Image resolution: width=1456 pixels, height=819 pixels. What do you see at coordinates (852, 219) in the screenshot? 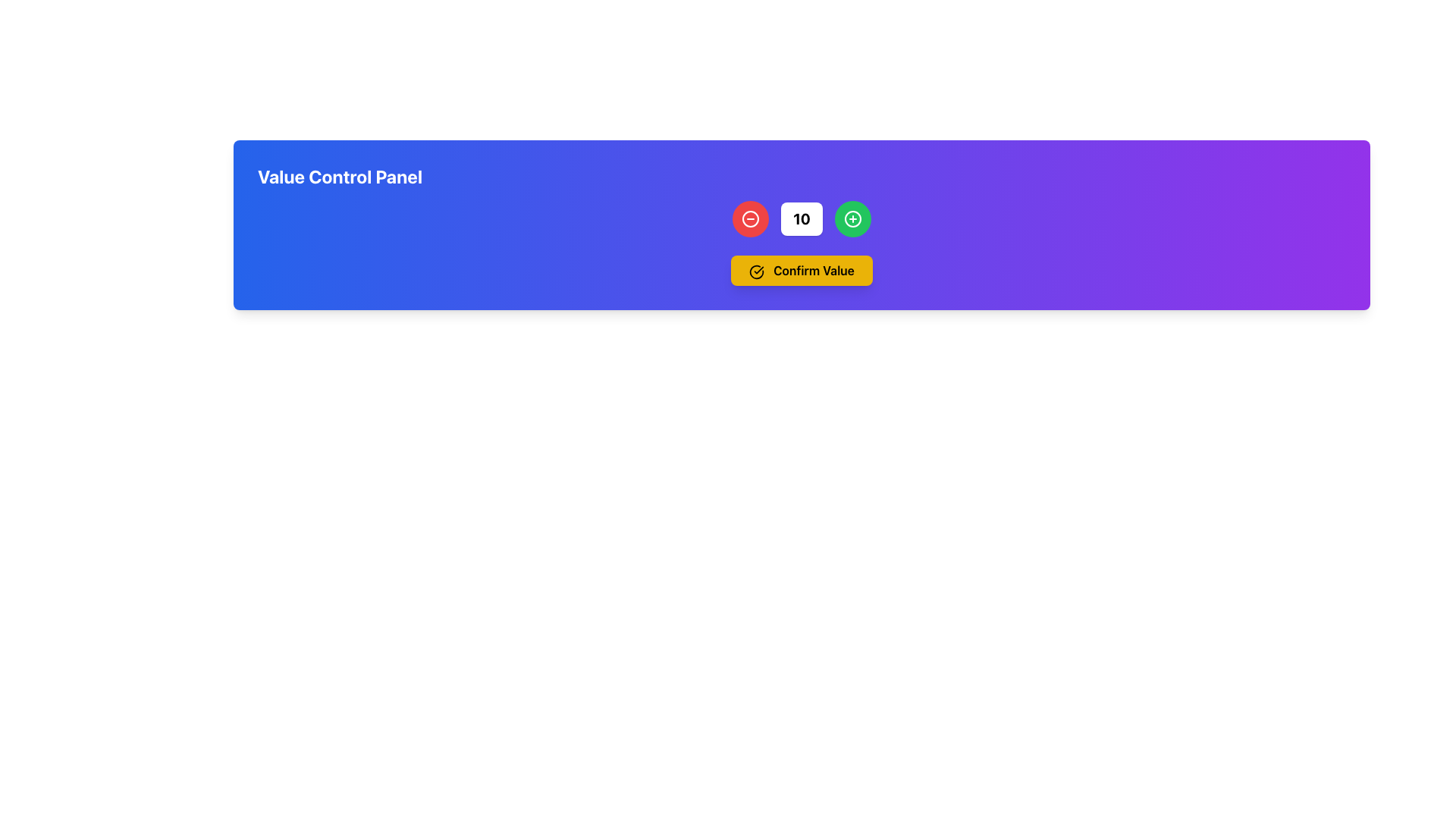
I see `the green circular button containing the SVG circle with a white cross in the center, which represents the 'add' action` at bounding box center [852, 219].